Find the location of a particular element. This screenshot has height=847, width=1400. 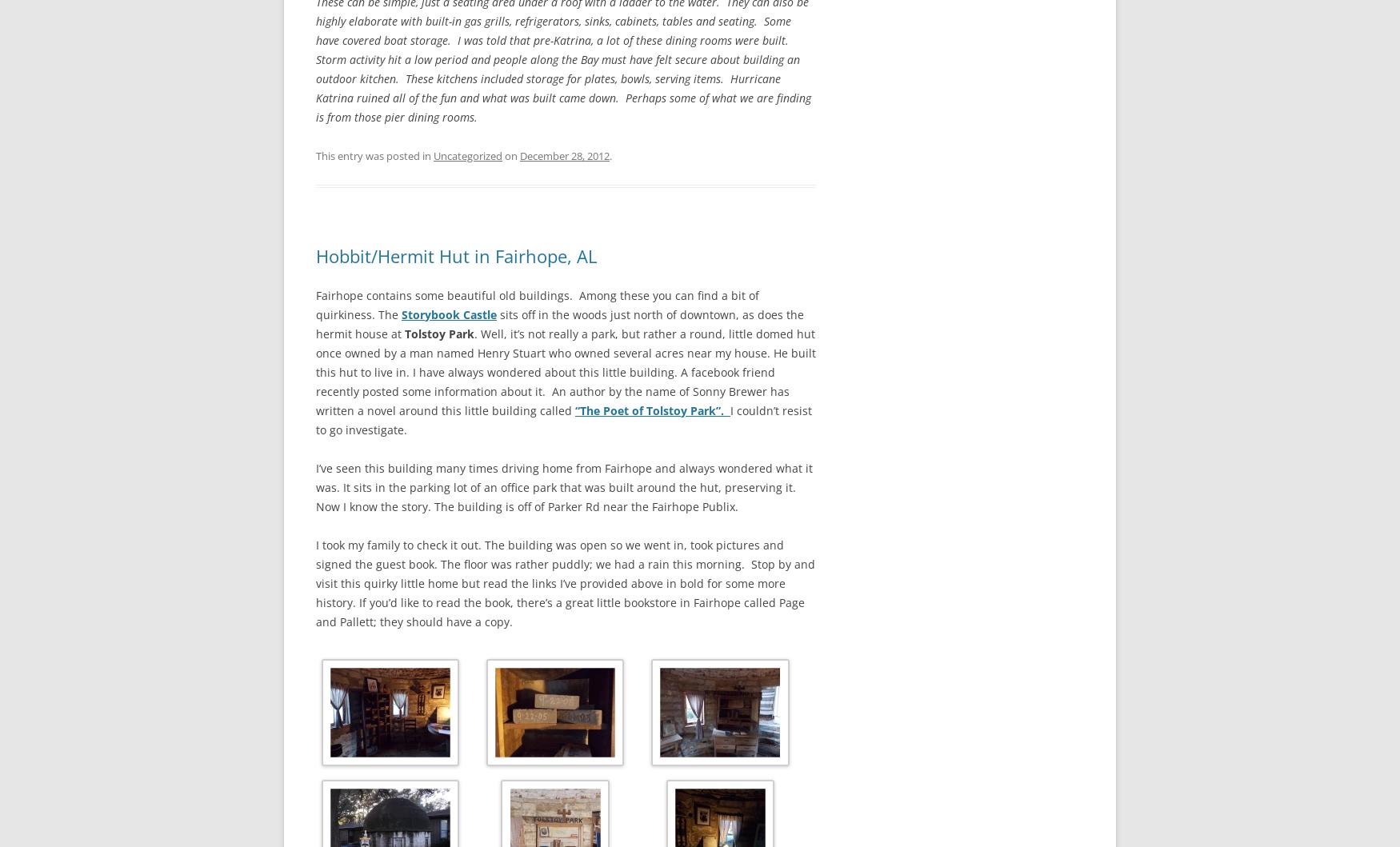

'. Well, it’s not really a park, but rather a round, little domed hut once owned by a man named Henry Stuart who owned several acres near my house. He built this hut to live in. I have always wondered about this little building. A facebook friend recently posted some information about it.  An author by the name of Sonny Brewer has written a novel around this little building called' is located at coordinates (566, 371).